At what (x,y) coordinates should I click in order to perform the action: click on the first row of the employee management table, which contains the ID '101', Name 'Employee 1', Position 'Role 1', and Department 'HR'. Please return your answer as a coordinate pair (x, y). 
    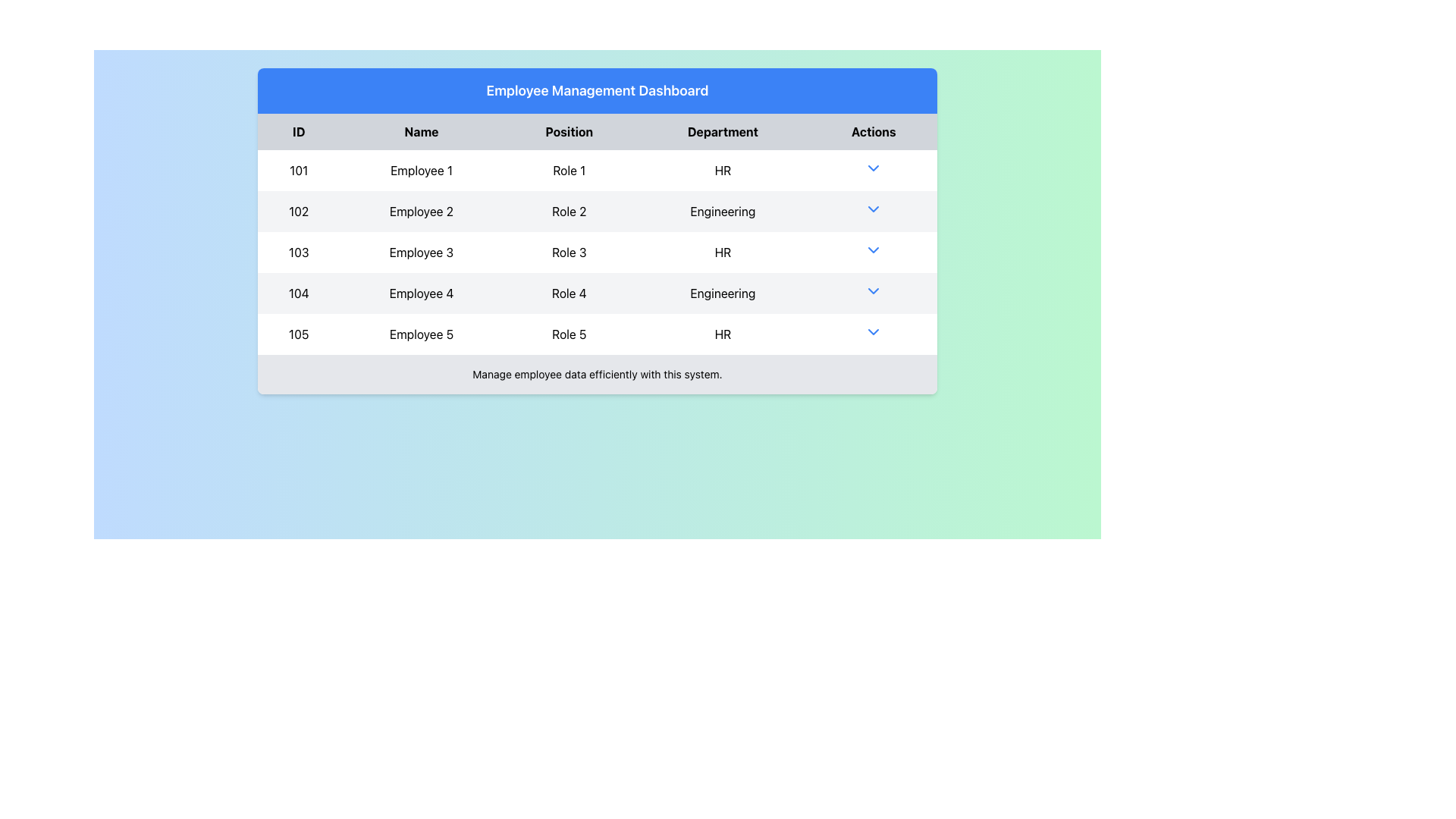
    Looking at the image, I should click on (596, 170).